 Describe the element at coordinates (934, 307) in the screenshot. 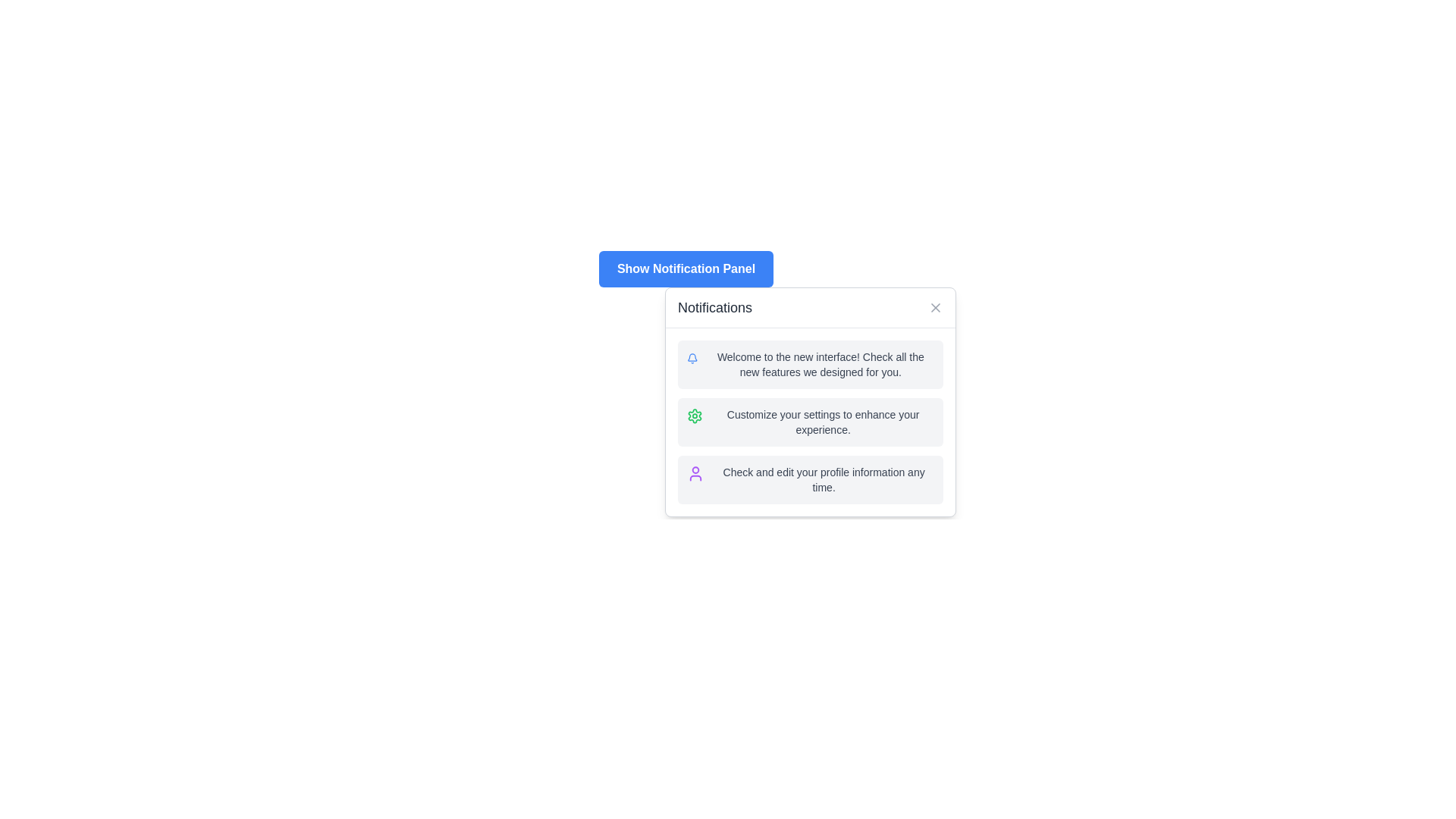

I see `the Close Button icon located in the top-right corner of the notification card` at that location.